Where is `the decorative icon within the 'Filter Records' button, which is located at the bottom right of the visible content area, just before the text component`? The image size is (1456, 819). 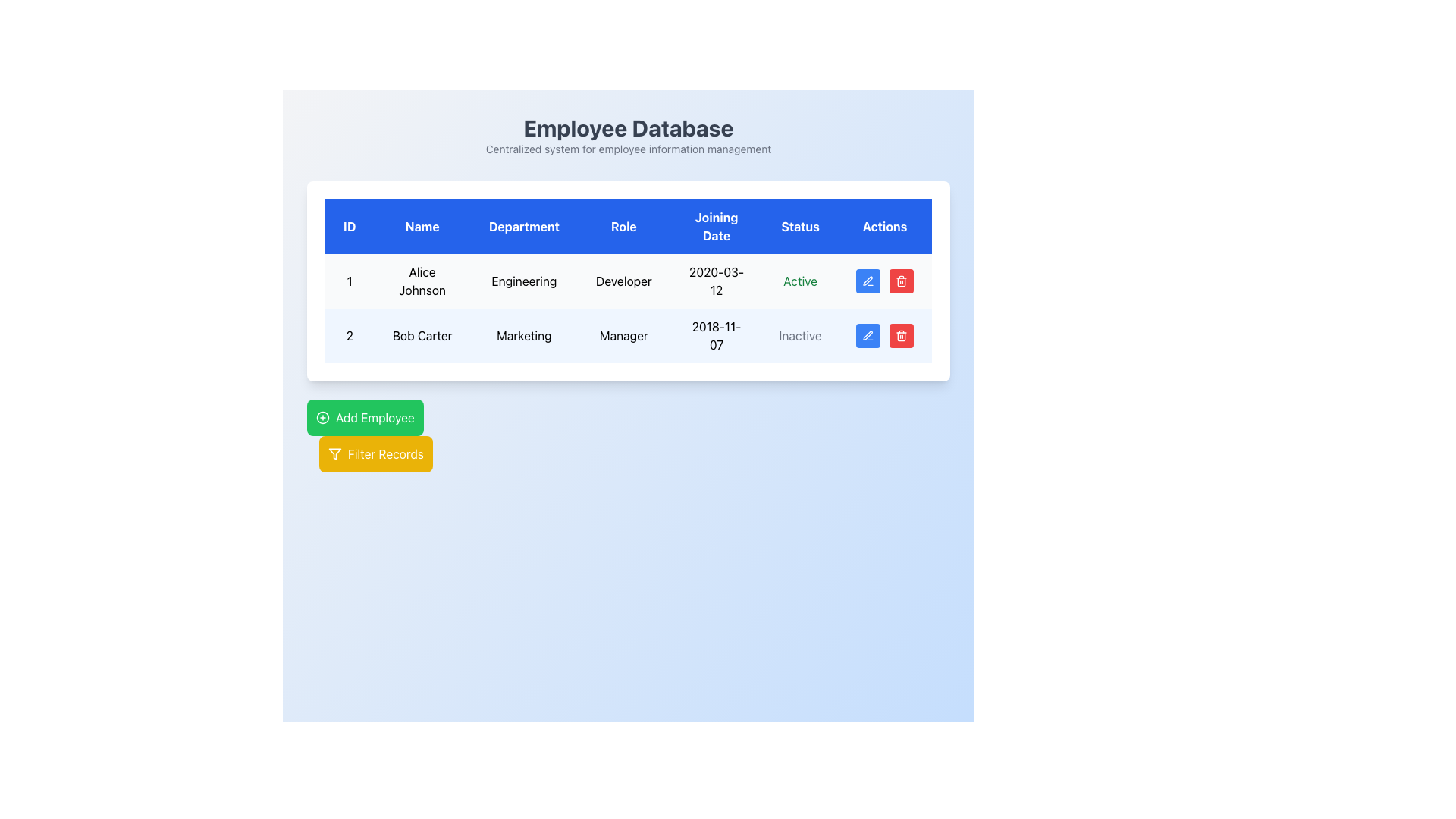
the decorative icon within the 'Filter Records' button, which is located at the bottom right of the visible content area, just before the text component is located at coordinates (334, 453).